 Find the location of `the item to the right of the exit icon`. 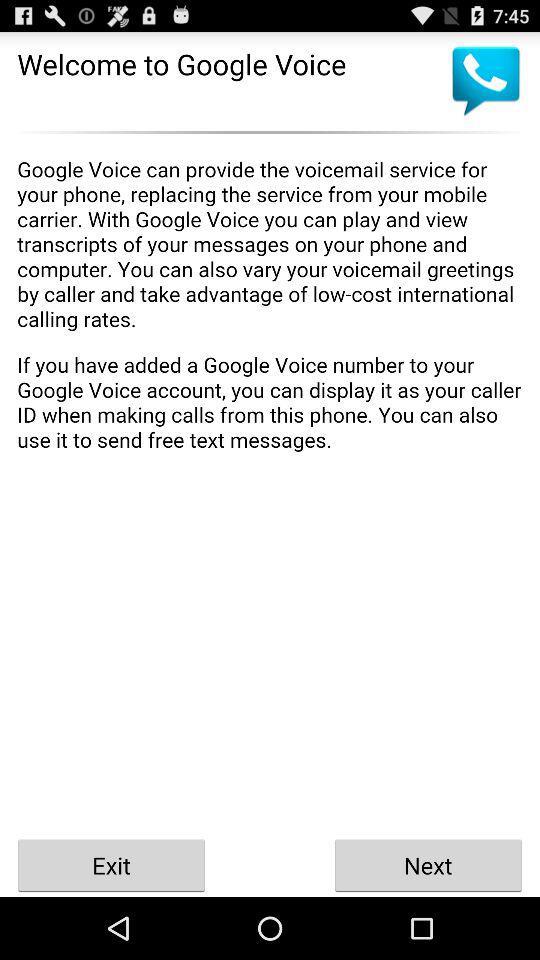

the item to the right of the exit icon is located at coordinates (427, 864).